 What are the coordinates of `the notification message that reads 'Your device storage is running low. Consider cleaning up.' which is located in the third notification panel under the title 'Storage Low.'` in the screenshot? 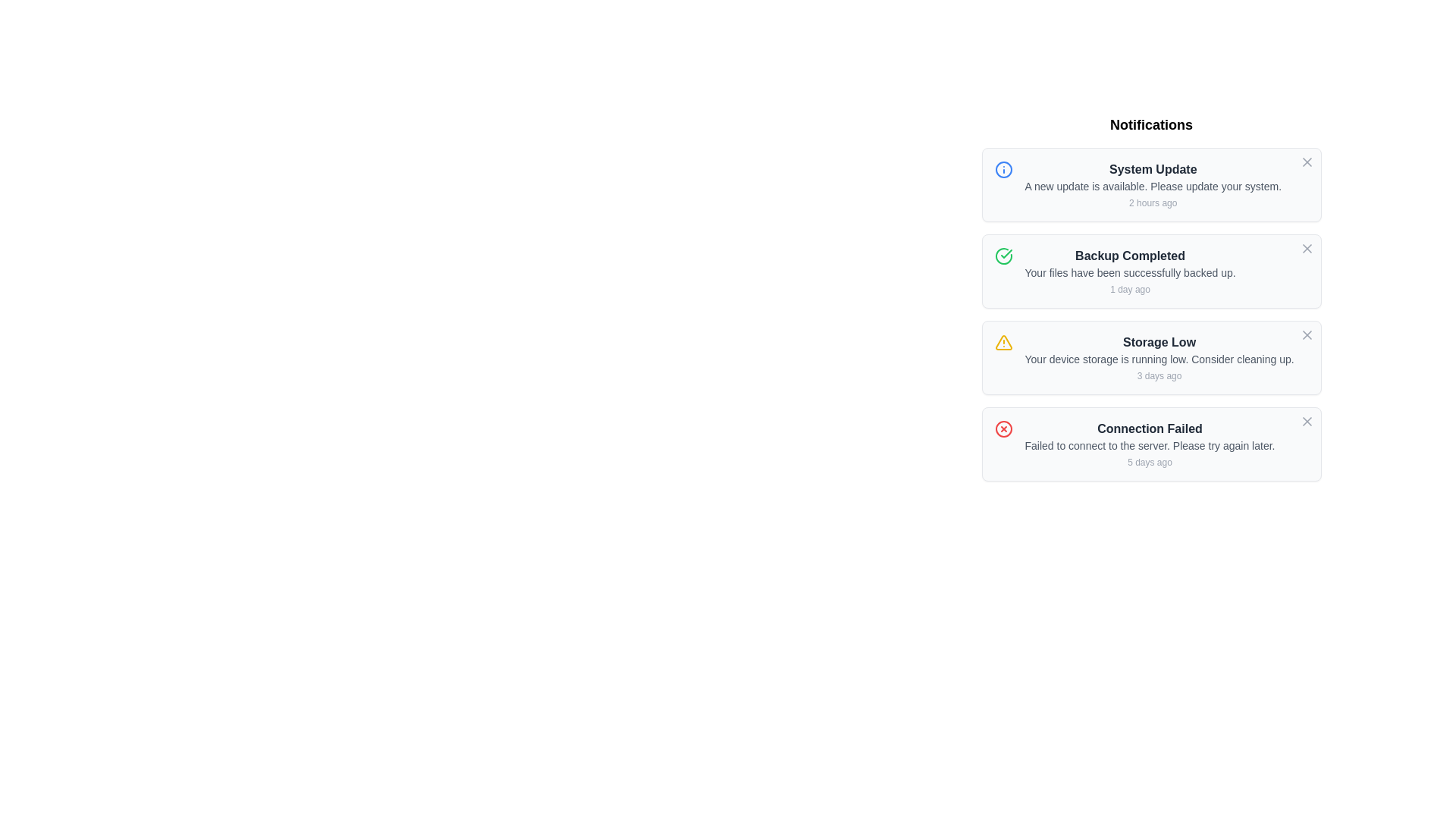 It's located at (1159, 359).